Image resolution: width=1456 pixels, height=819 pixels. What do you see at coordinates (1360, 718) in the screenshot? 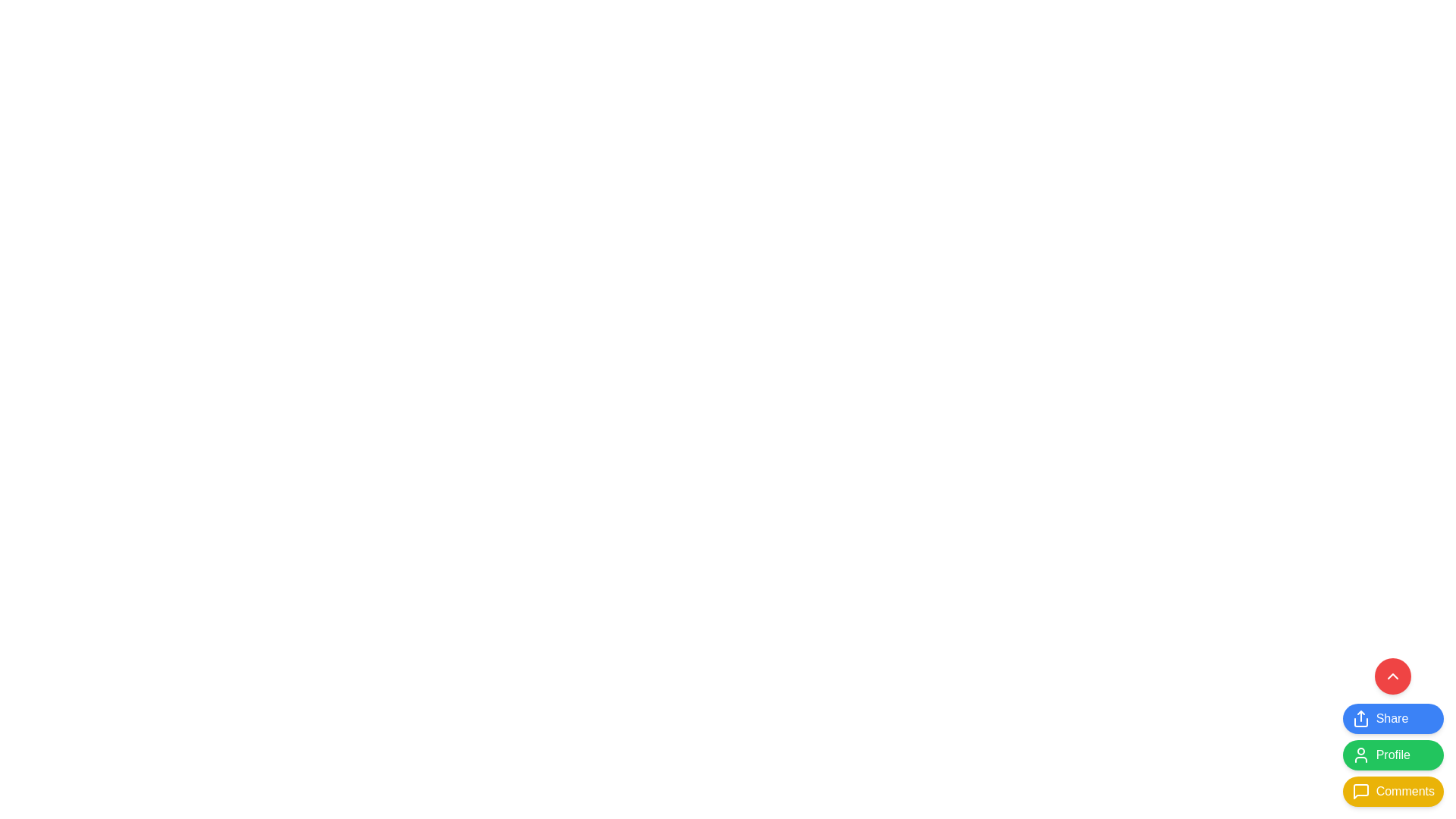
I see `the SVG-based icon representing the 'Share' function, which is located within the 'Share' button at the bottom-right portion of the interface` at bounding box center [1360, 718].